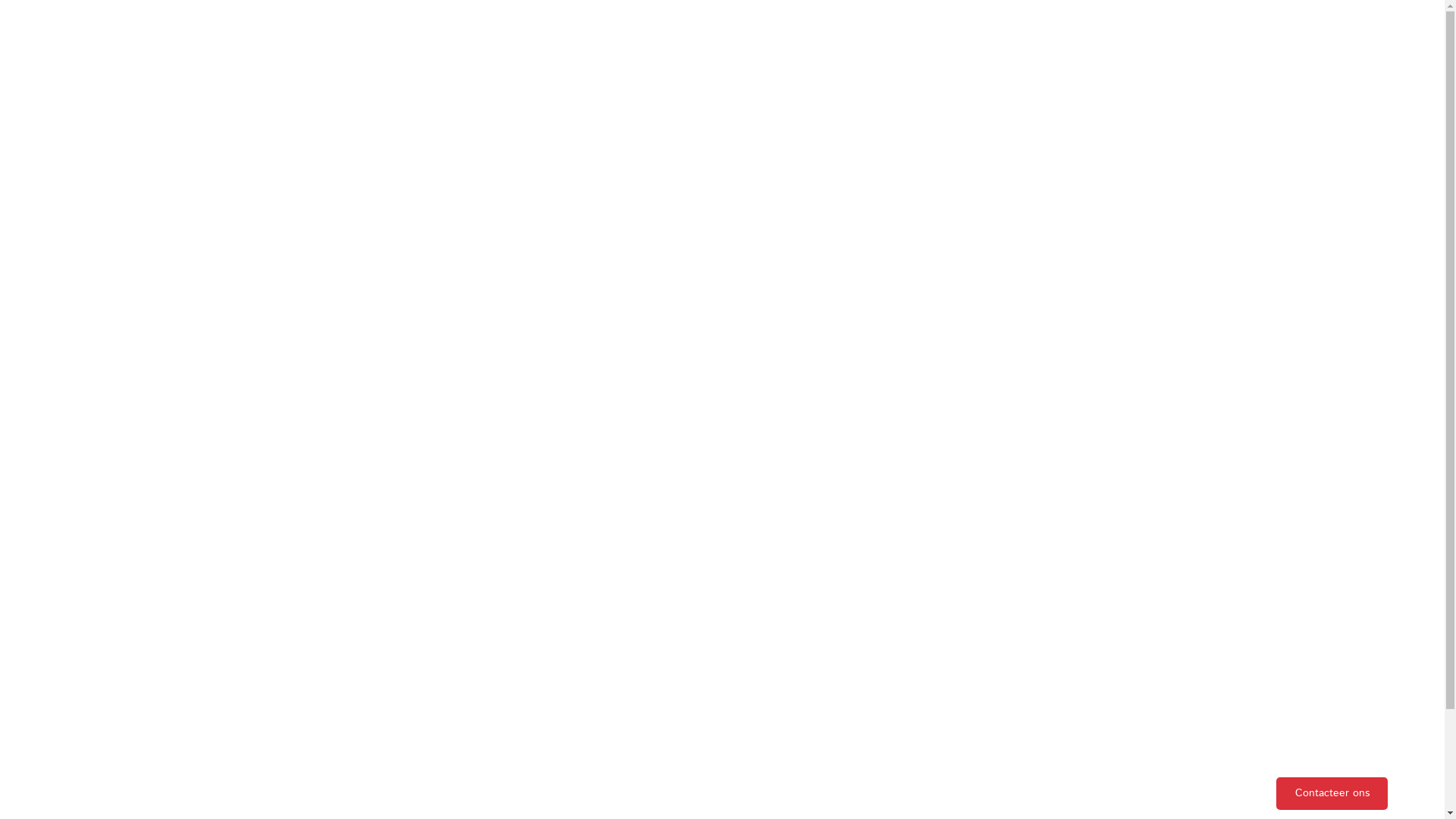 The image size is (1456, 819). I want to click on 'Contacteer ons', so click(1331, 792).